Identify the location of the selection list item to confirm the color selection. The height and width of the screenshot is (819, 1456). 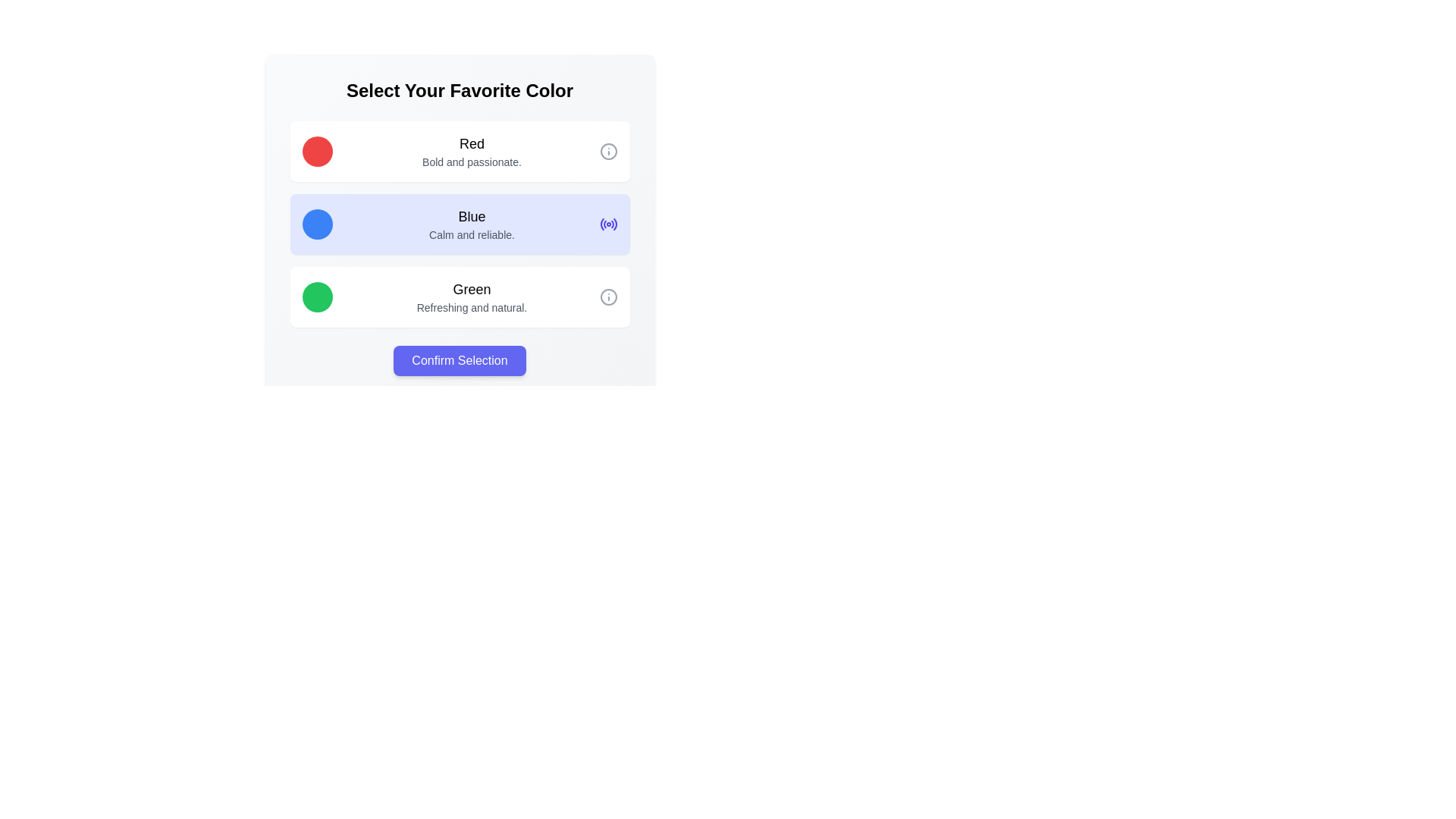
(459, 224).